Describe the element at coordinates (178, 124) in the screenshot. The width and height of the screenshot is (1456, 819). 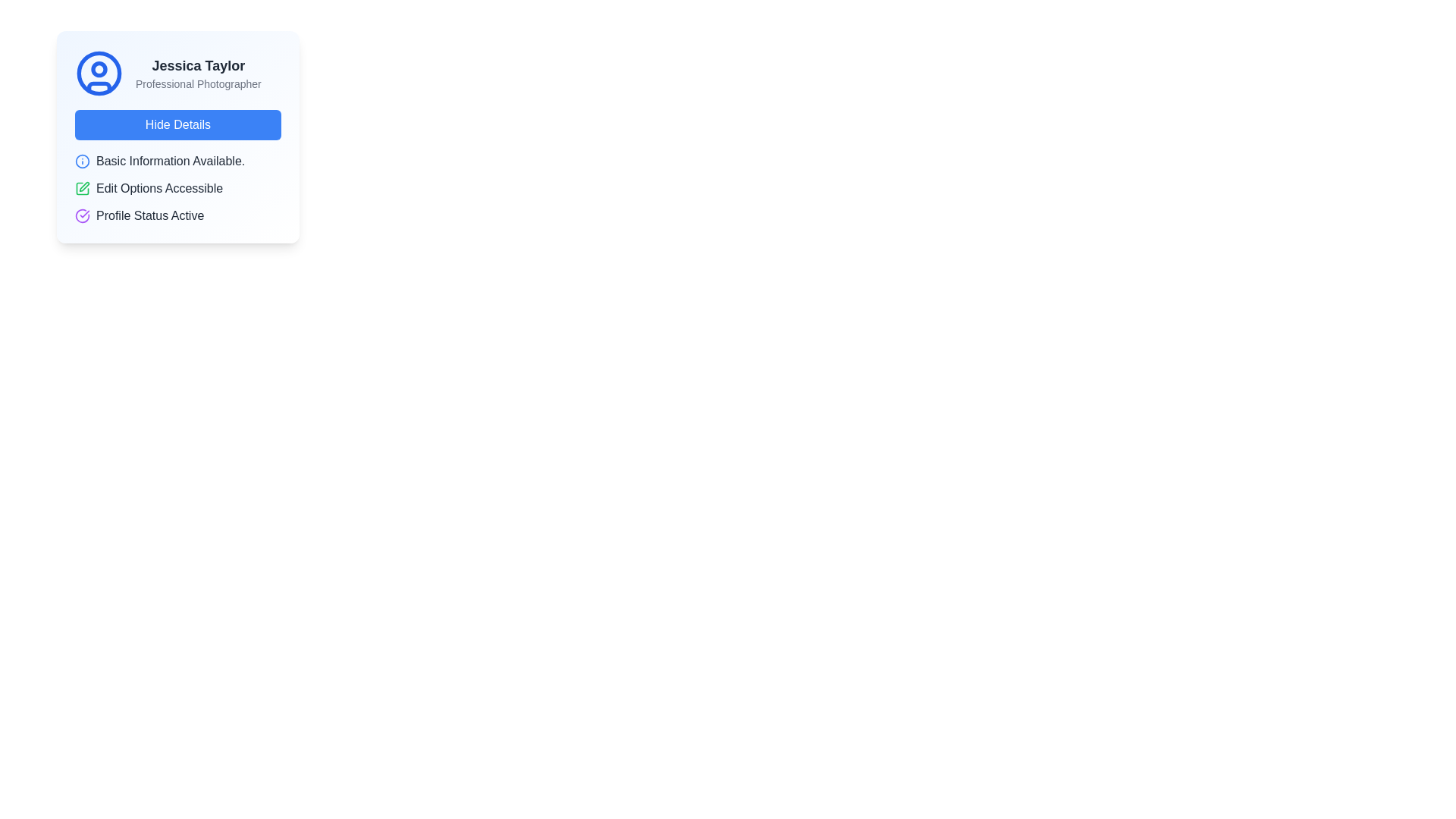
I see `the rectangular button with rounded corners that has a blue background and white text reading 'Hide Details' to observe its hover effect` at that location.